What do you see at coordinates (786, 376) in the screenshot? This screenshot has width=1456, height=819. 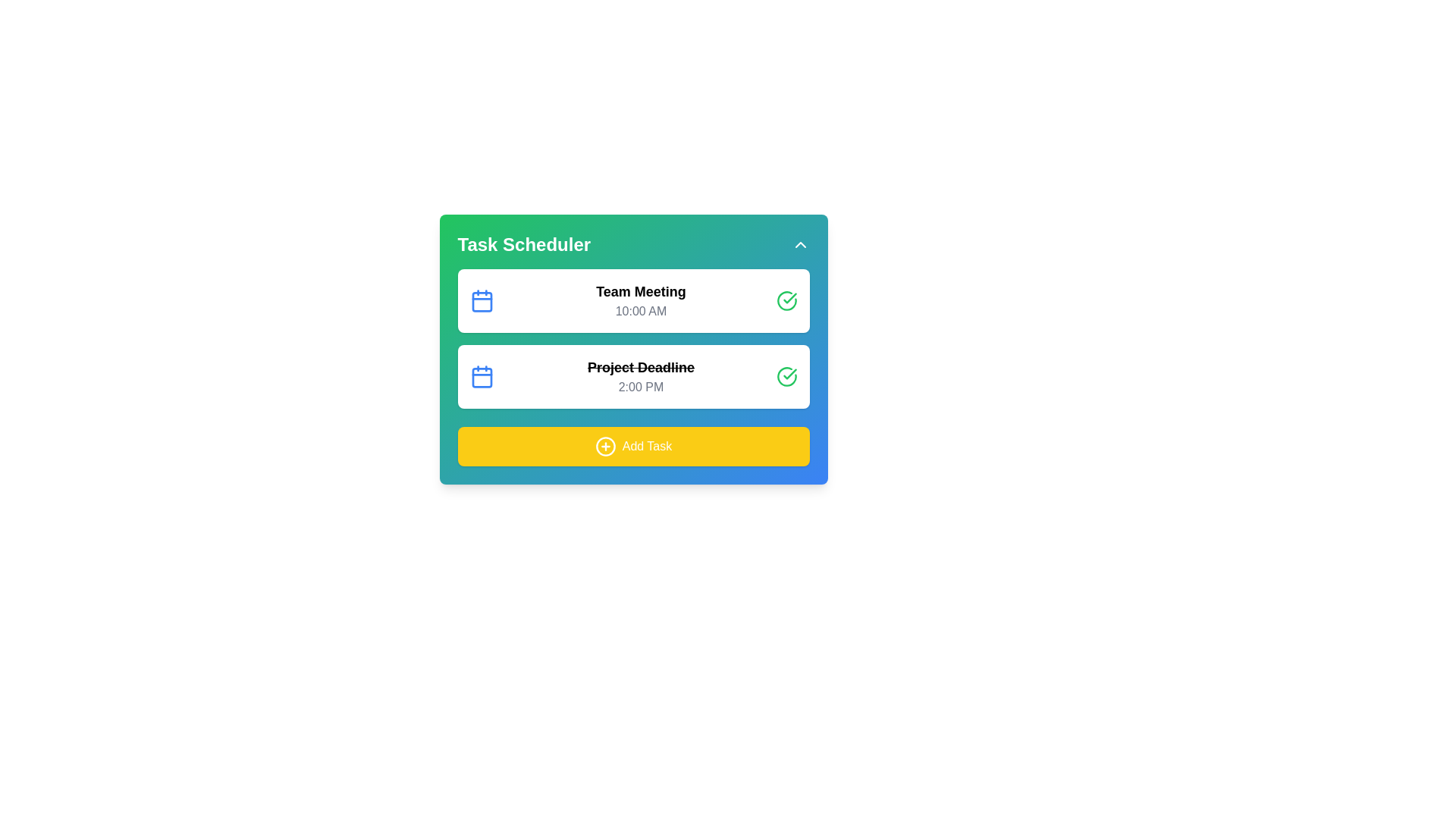 I see `the green arc segment of the checkmark icon located to the right of the 'Team Meeting' item in the task scheduler interface` at bounding box center [786, 376].